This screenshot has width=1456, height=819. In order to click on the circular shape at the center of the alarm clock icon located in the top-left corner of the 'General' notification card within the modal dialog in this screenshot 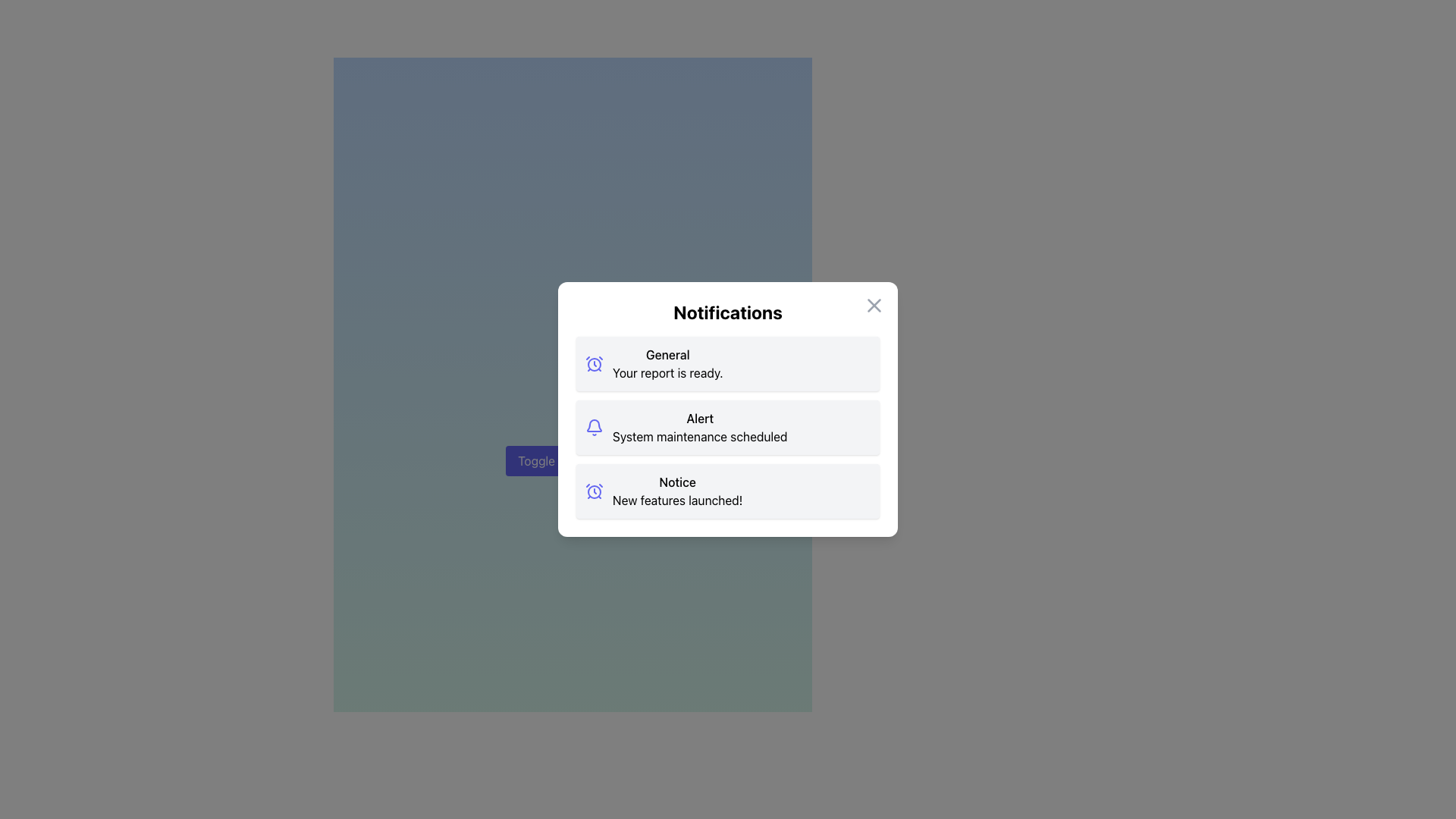, I will do `click(593, 365)`.